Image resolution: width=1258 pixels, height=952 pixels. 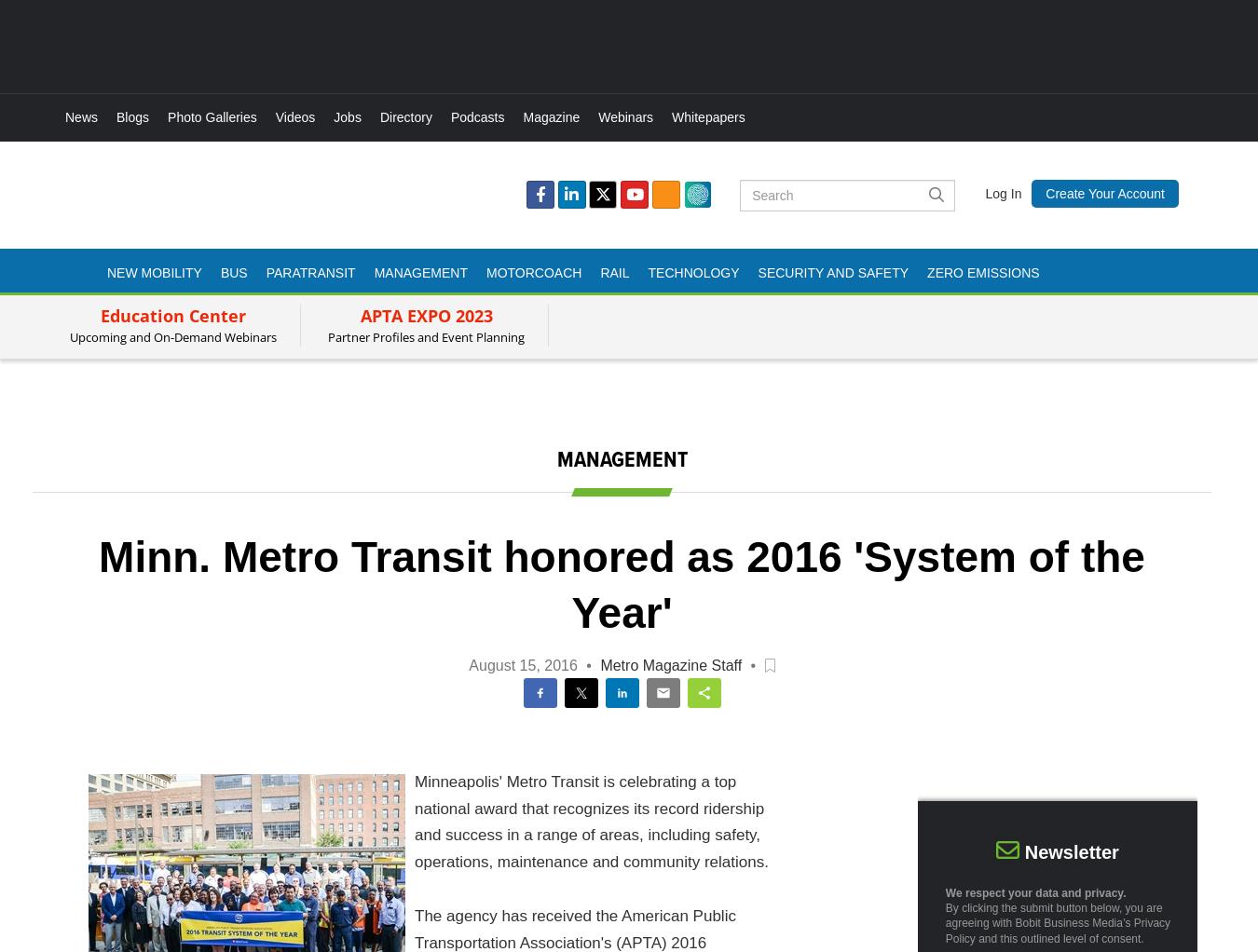 What do you see at coordinates (591, 820) in the screenshot?
I see `'Minneapolis' Metro Transit is celebrating a top national award that recognizes its record ridership and success in a range of areas, including safety, operations, maintenance and community relations.'` at bounding box center [591, 820].